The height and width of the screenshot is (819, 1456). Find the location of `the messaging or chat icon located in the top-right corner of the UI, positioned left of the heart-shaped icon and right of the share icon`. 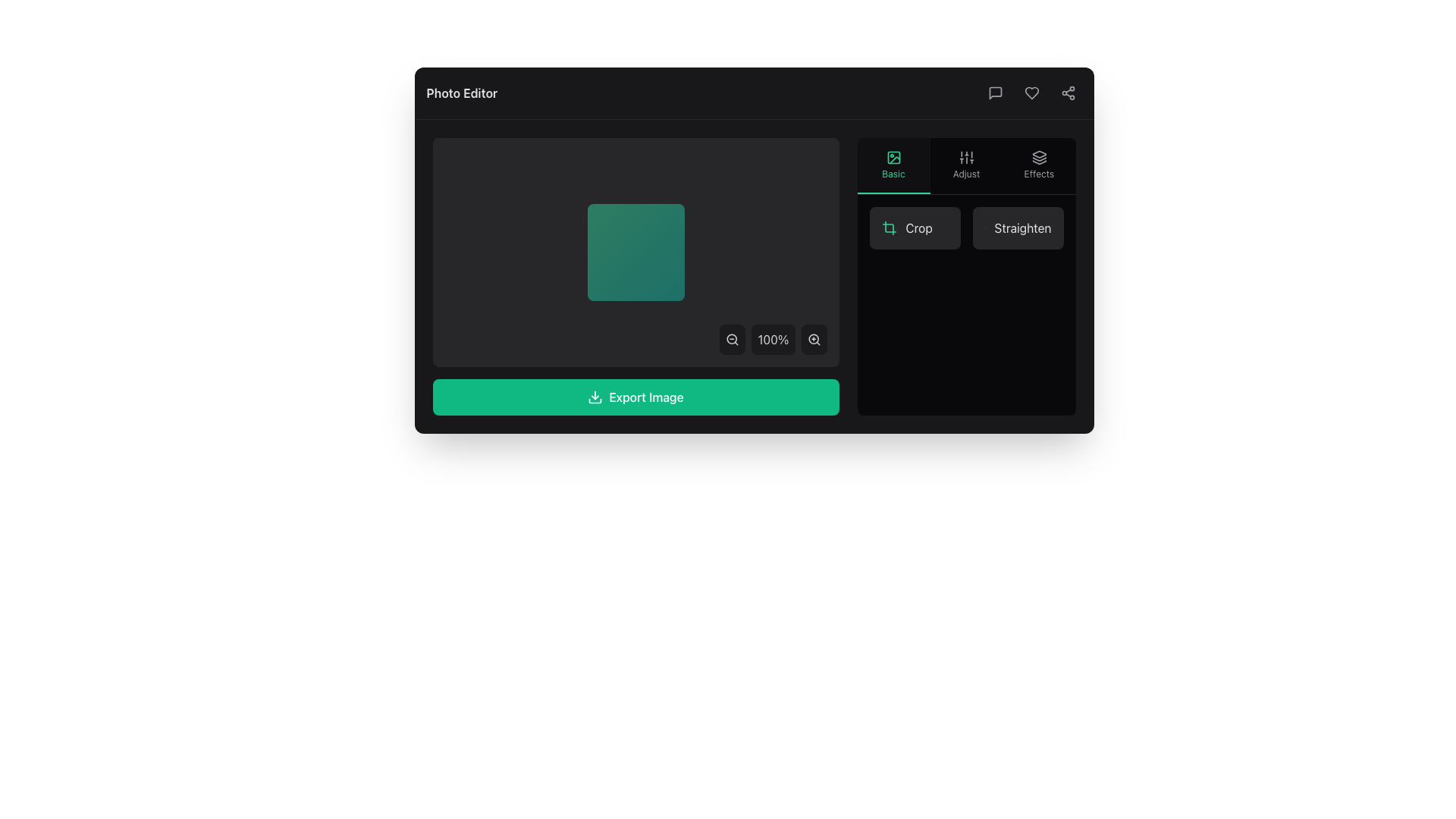

the messaging or chat icon located in the top-right corner of the UI, positioned left of the heart-shaped icon and right of the share icon is located at coordinates (995, 93).